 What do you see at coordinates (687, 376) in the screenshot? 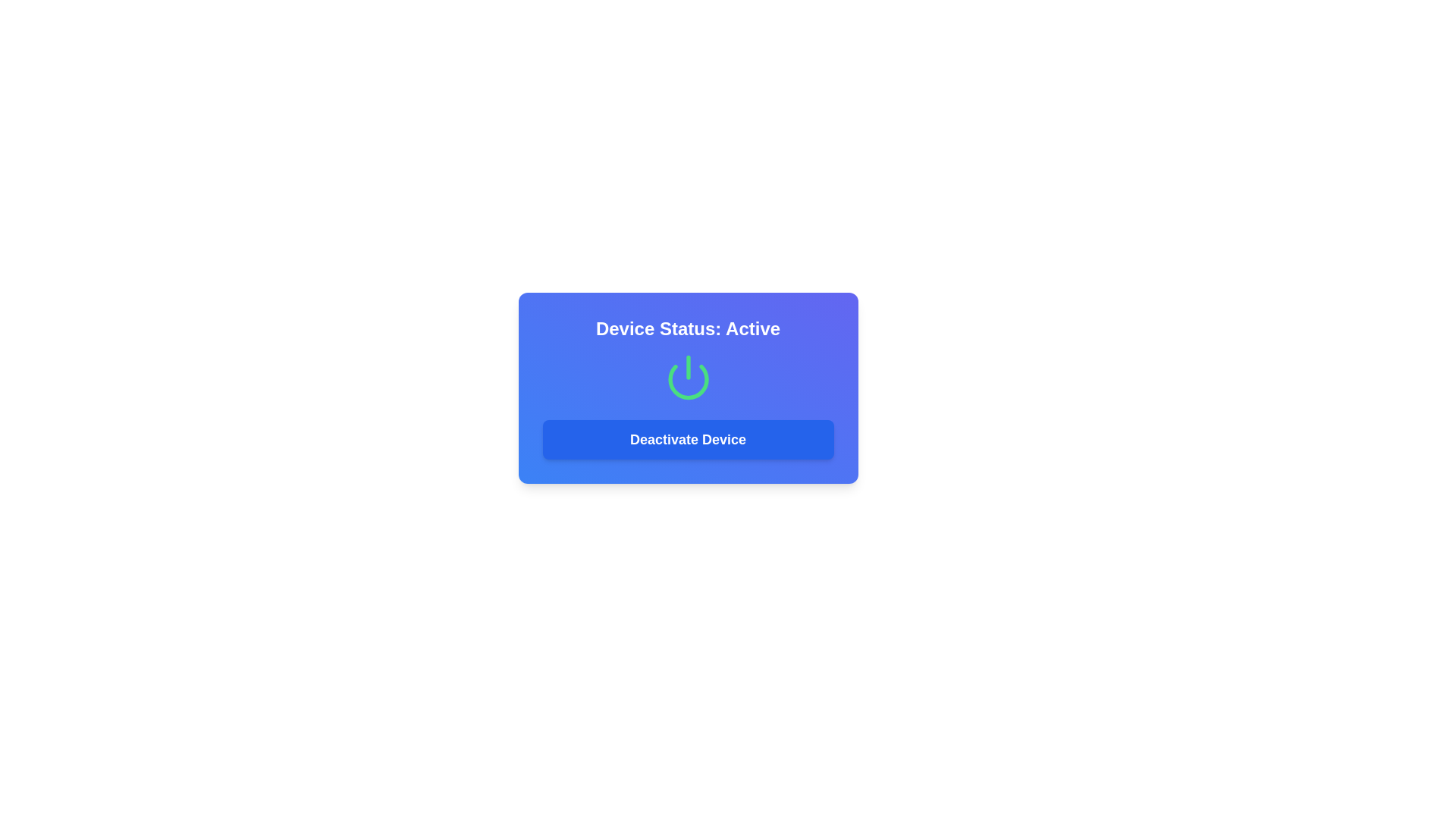
I see `the power on/off icon located beneath the text 'Device Status: Active' and above the 'Deactivate Device' button, which signifies the operational status of the device` at bounding box center [687, 376].